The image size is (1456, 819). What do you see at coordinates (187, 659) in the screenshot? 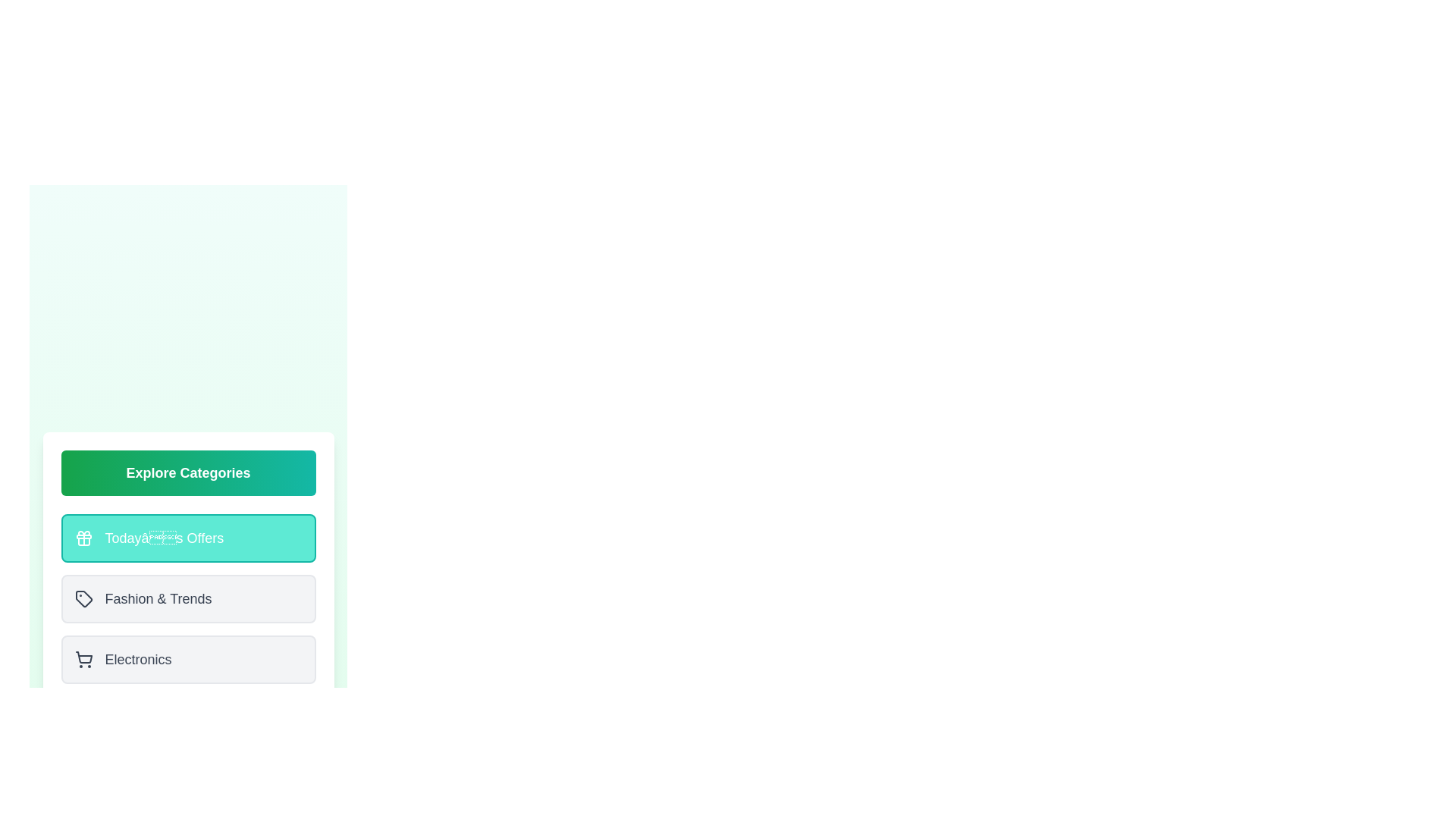
I see `the tile corresponding to the category Electronics to select it` at bounding box center [187, 659].